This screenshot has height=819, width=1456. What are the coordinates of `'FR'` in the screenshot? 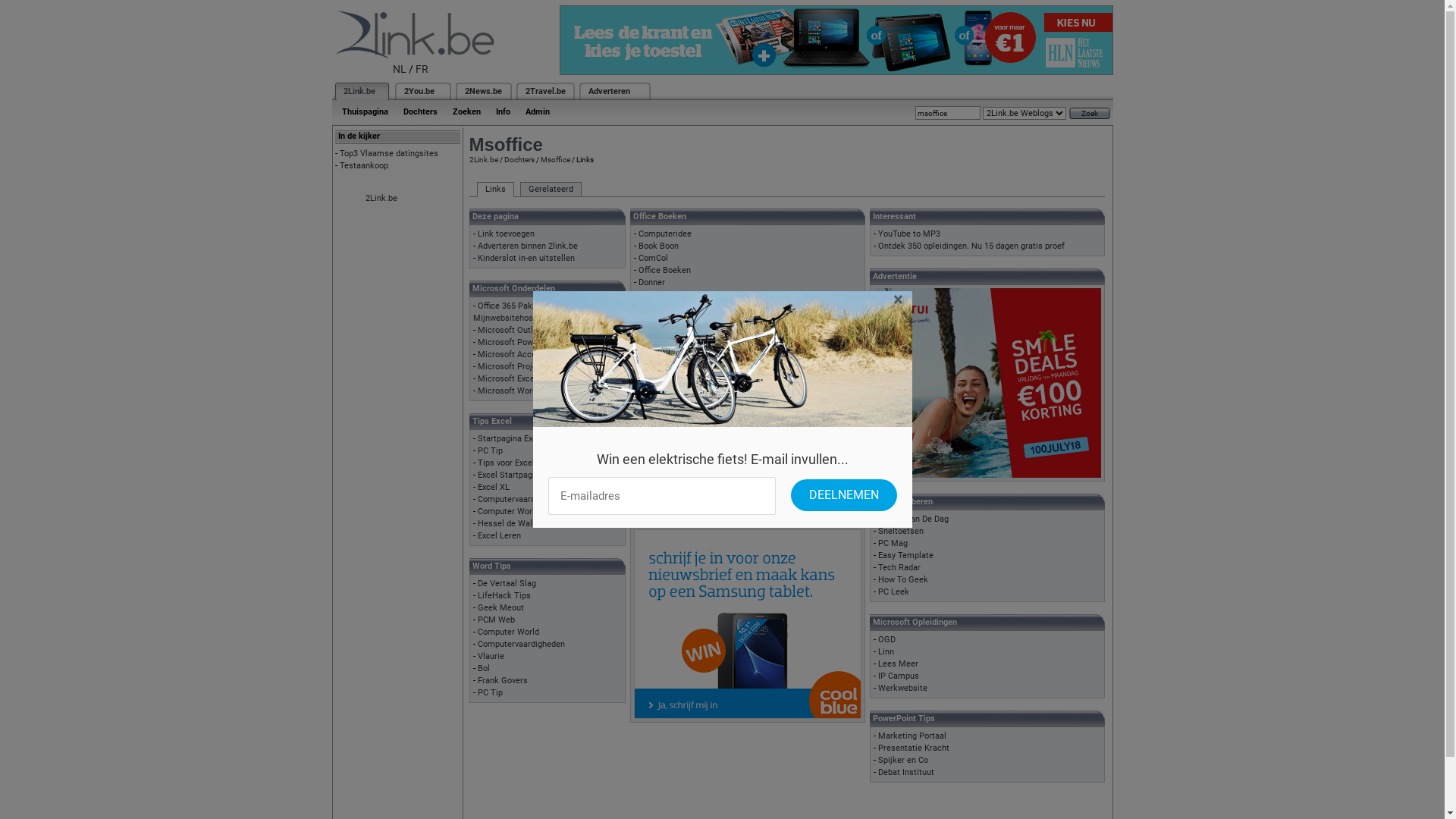 It's located at (422, 69).